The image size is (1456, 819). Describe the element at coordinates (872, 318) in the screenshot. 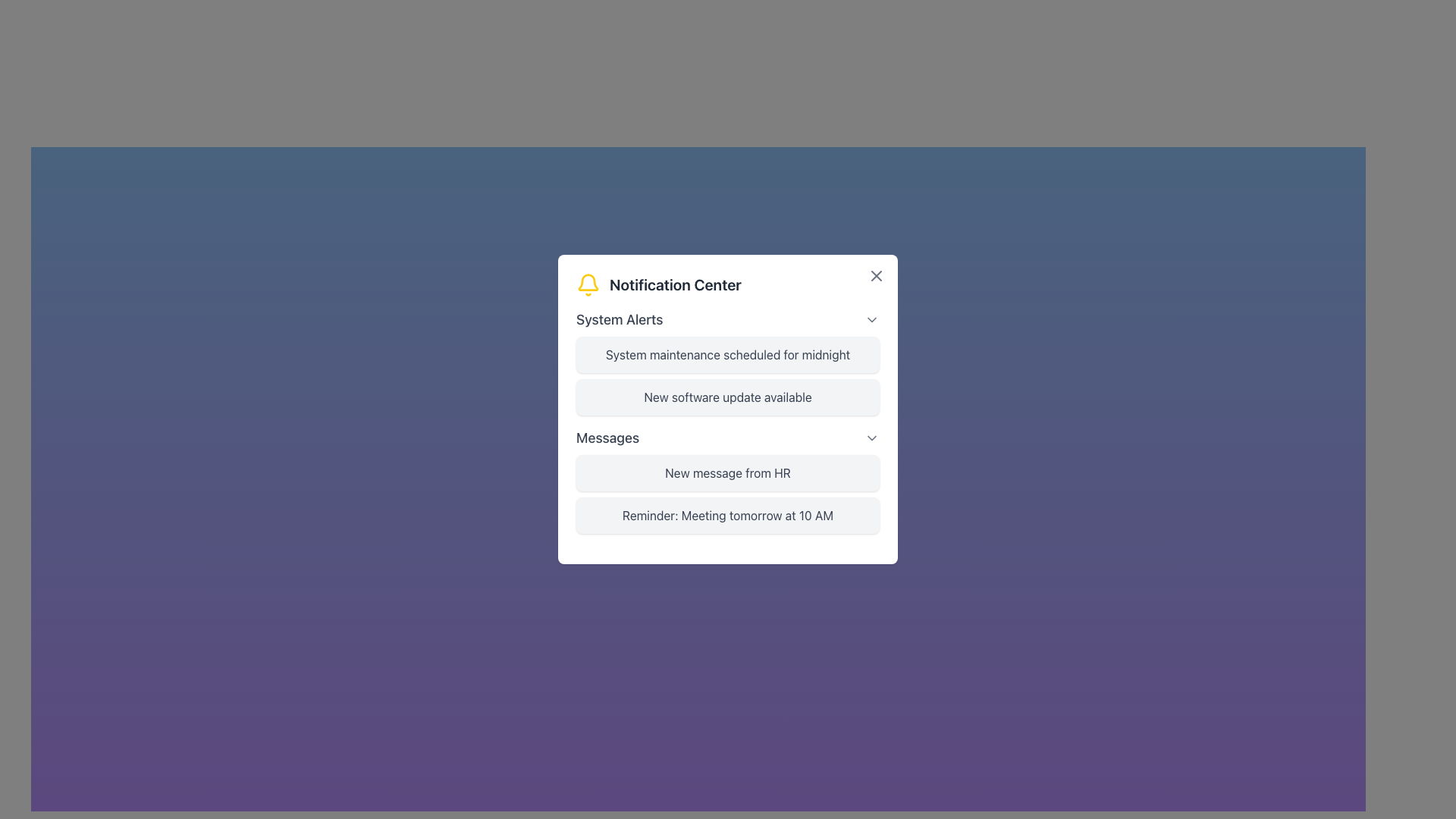

I see `the downward-pointing chevron arrow icon of the Dropdown Toggle Button located at the top-right corner of the 'System Alerts' section` at that location.